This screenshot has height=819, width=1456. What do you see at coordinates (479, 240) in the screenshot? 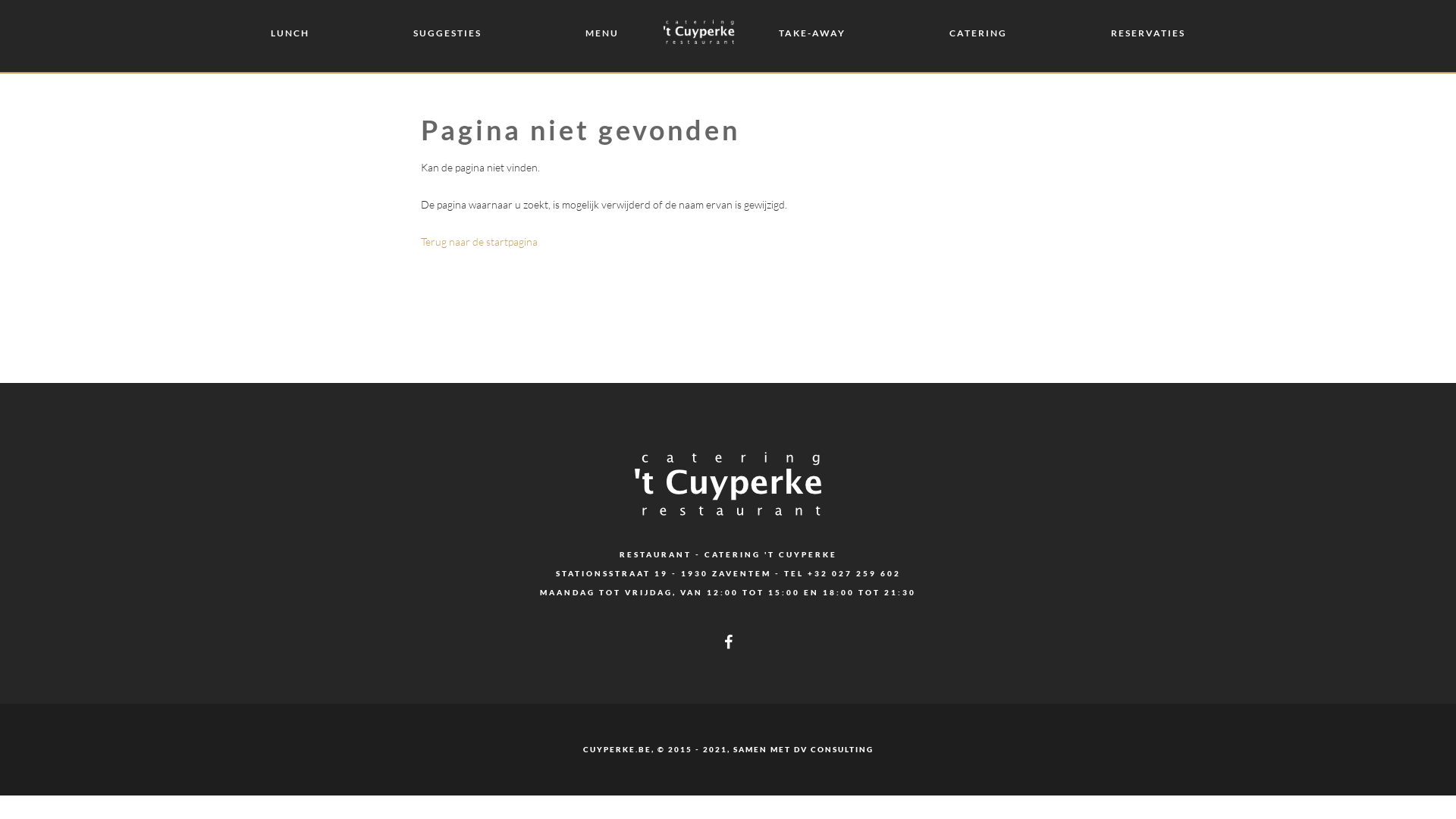
I see `'Terug naar de startpagina'` at bounding box center [479, 240].